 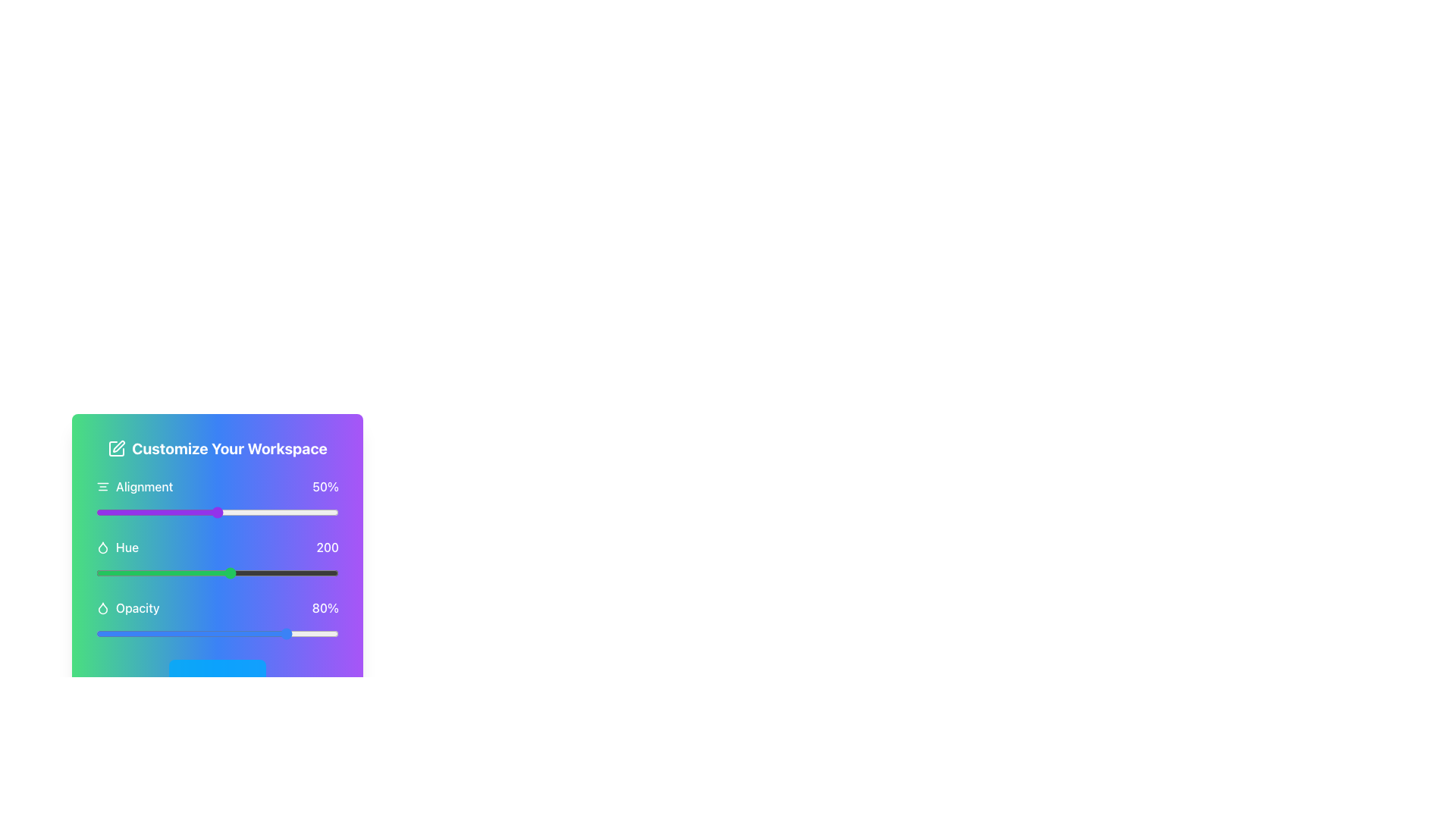 What do you see at coordinates (261, 634) in the screenshot?
I see `the opacity slider` at bounding box center [261, 634].